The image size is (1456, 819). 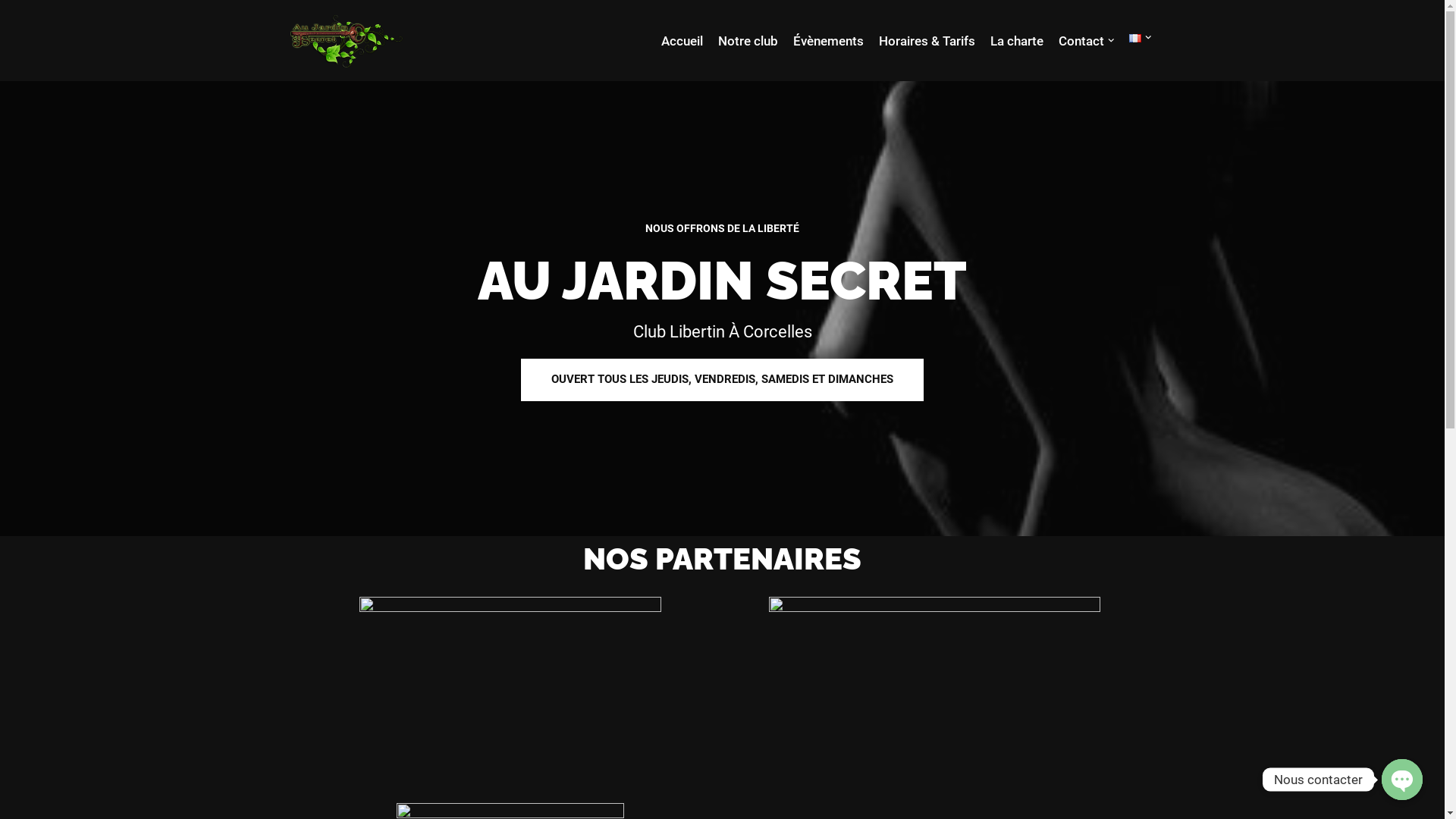 I want to click on 'Accueil', so click(x=661, y=40).